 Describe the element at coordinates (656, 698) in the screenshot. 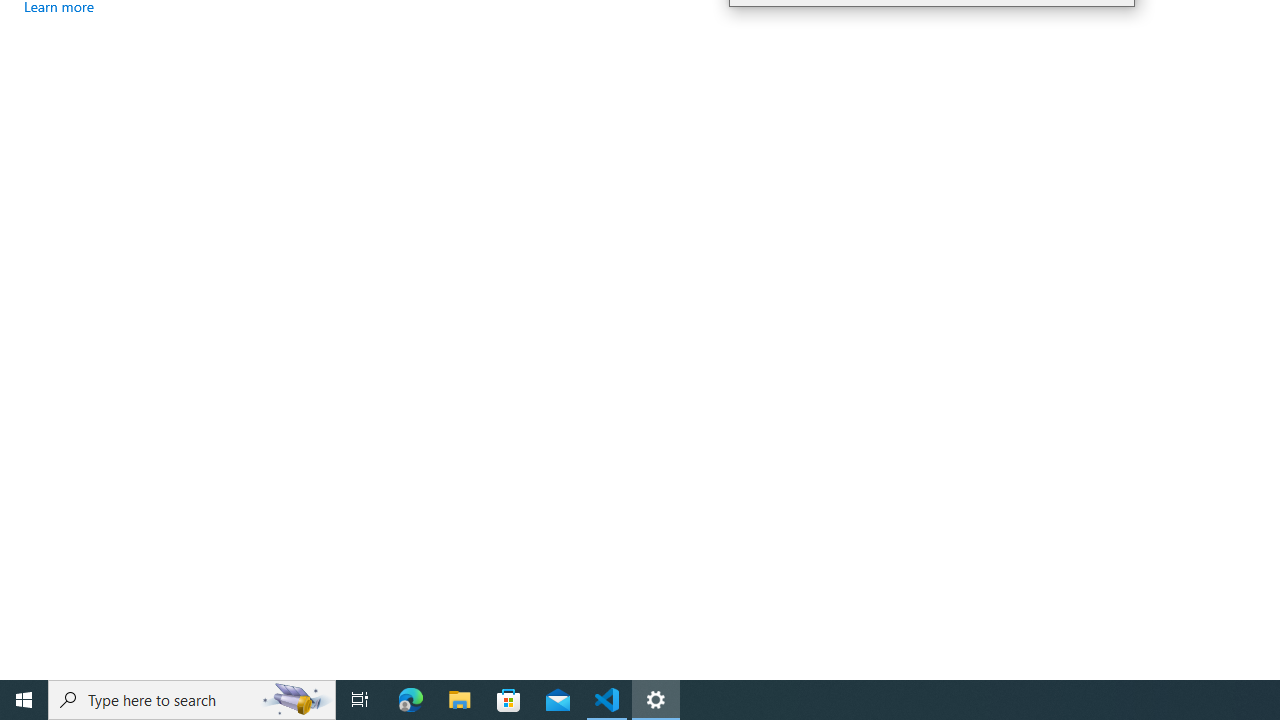

I see `'Settings - 1 running window'` at that location.